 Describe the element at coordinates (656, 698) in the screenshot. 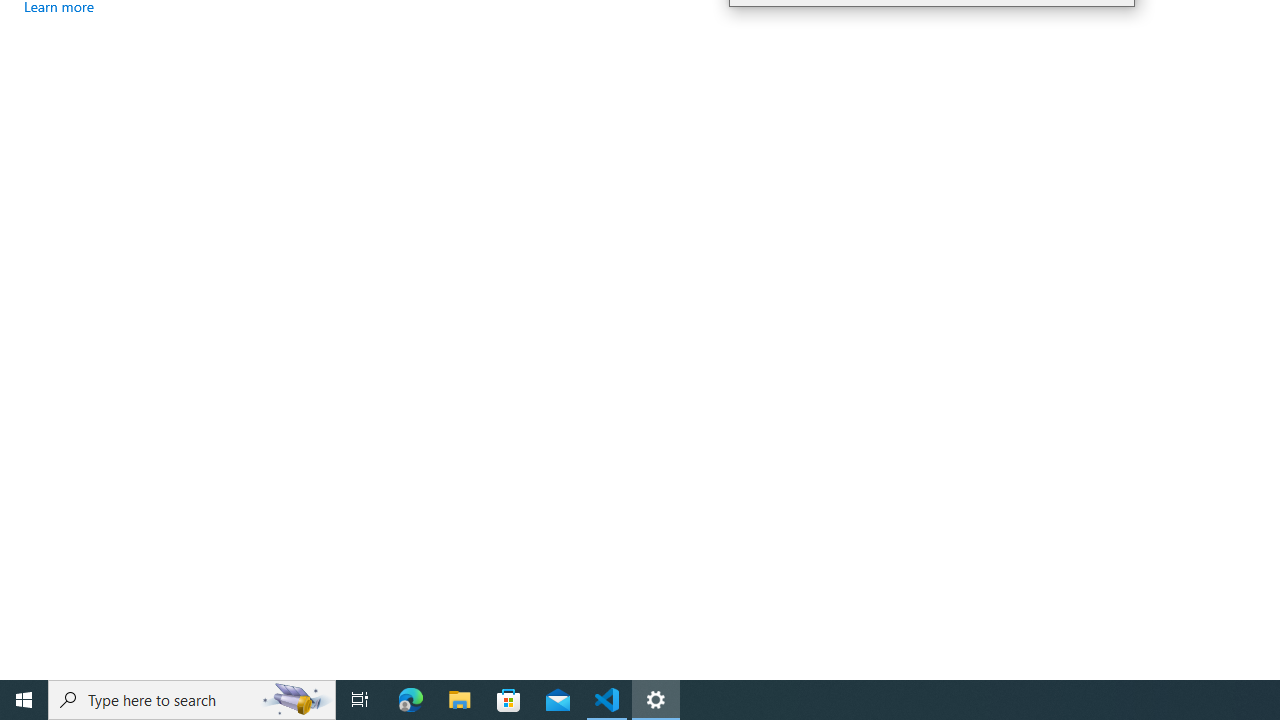

I see `'Settings - 1 running window'` at that location.